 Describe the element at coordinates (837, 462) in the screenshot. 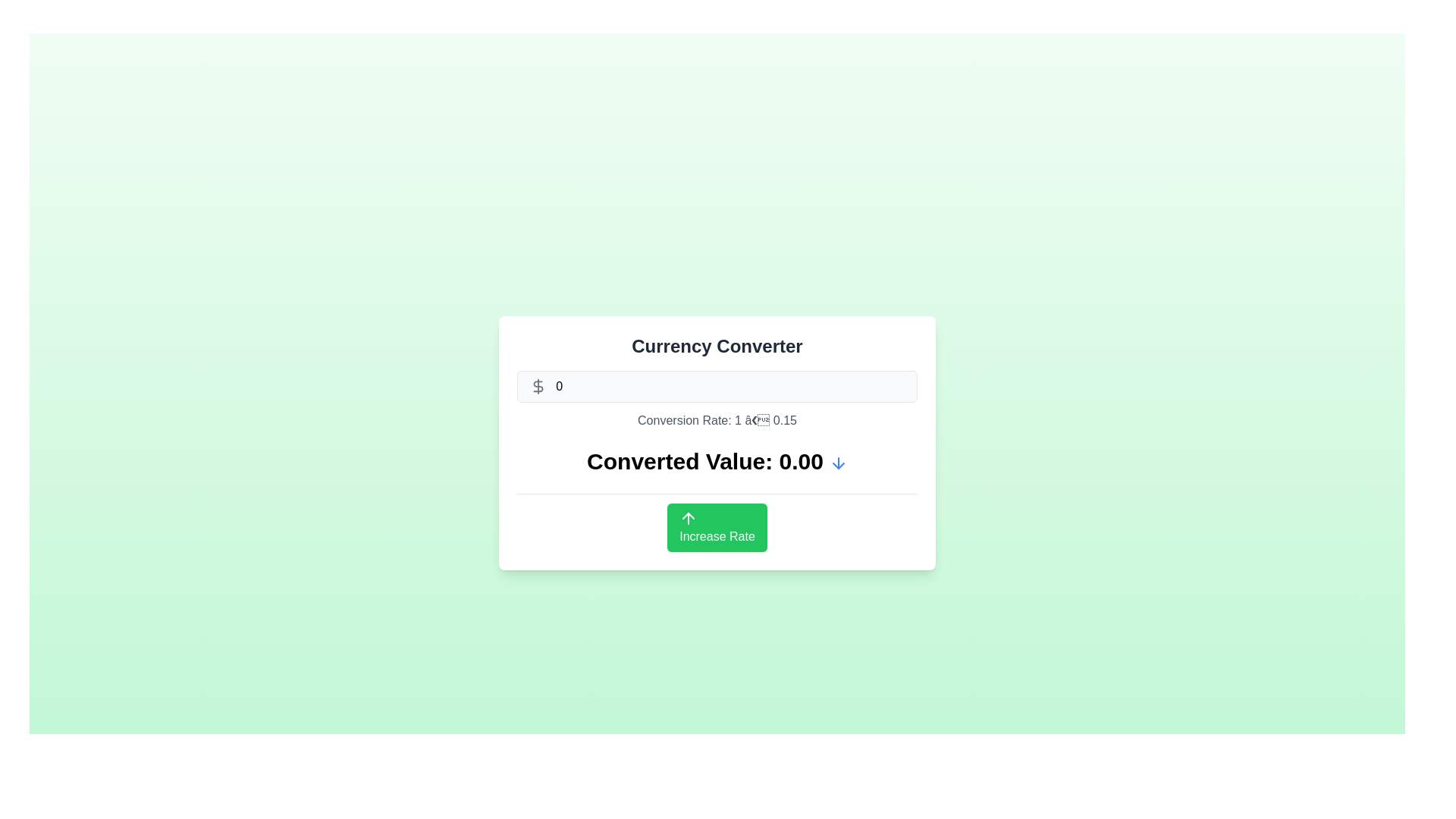

I see `the dropdown toggle button, represented by a downward-pointing arrow icon, located to the right of the text 'Converted Value: 0.00'` at that location.